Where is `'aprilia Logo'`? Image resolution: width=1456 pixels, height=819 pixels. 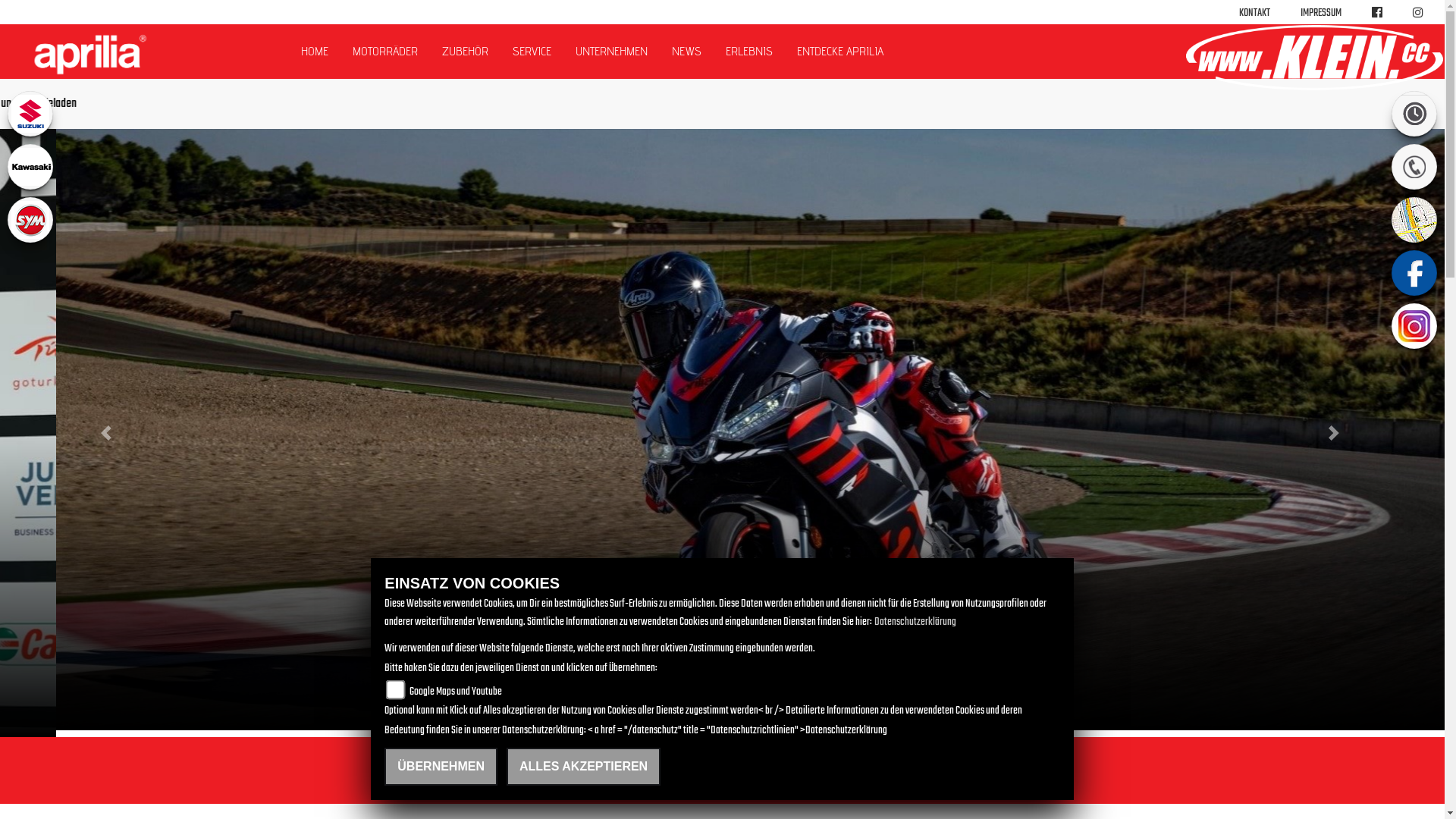
'aprilia Logo' is located at coordinates (89, 54).